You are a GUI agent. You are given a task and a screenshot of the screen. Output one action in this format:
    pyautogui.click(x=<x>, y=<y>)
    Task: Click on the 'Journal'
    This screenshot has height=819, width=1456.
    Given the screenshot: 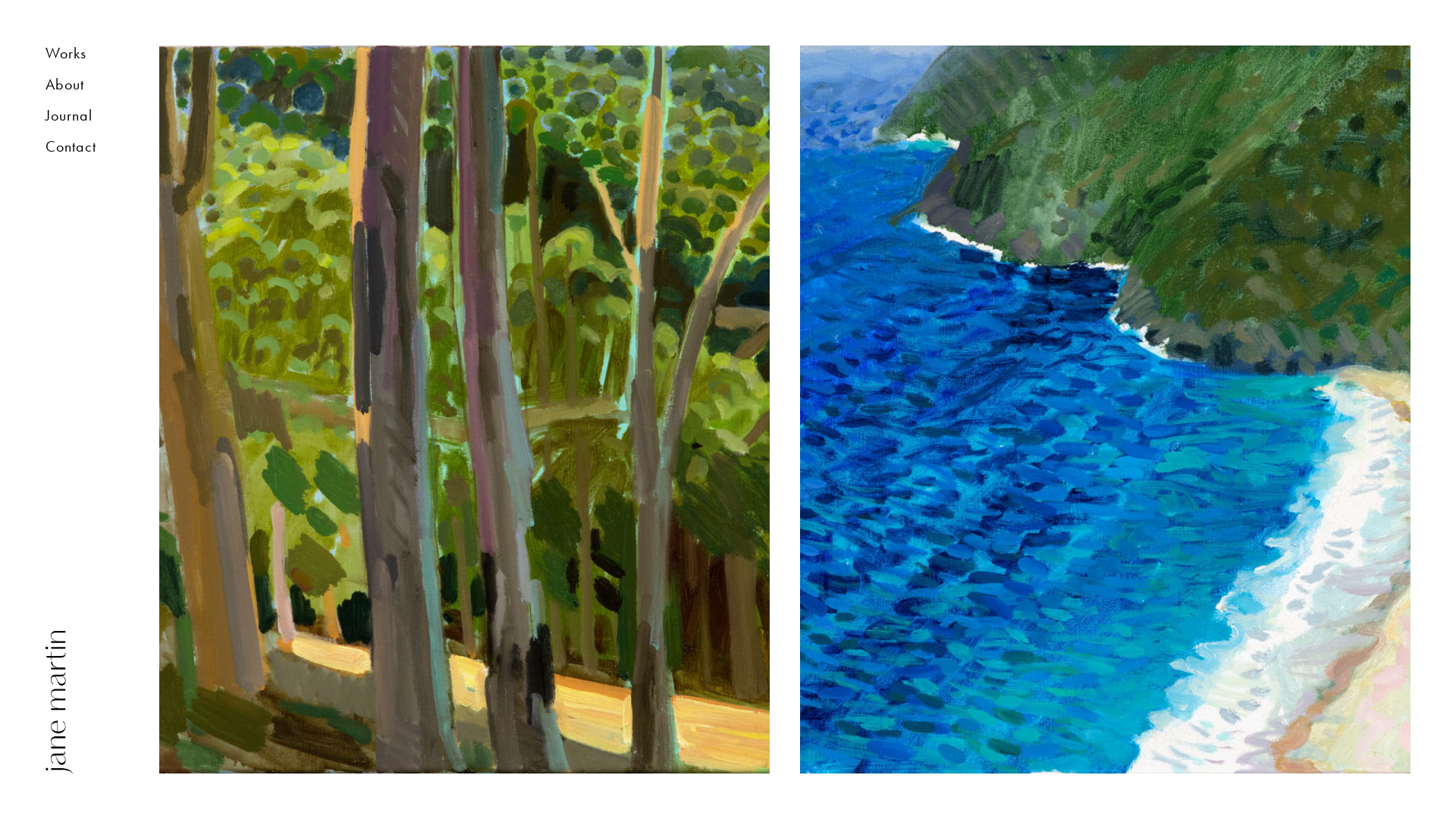 What is the action you would take?
    pyautogui.click(x=79, y=119)
    